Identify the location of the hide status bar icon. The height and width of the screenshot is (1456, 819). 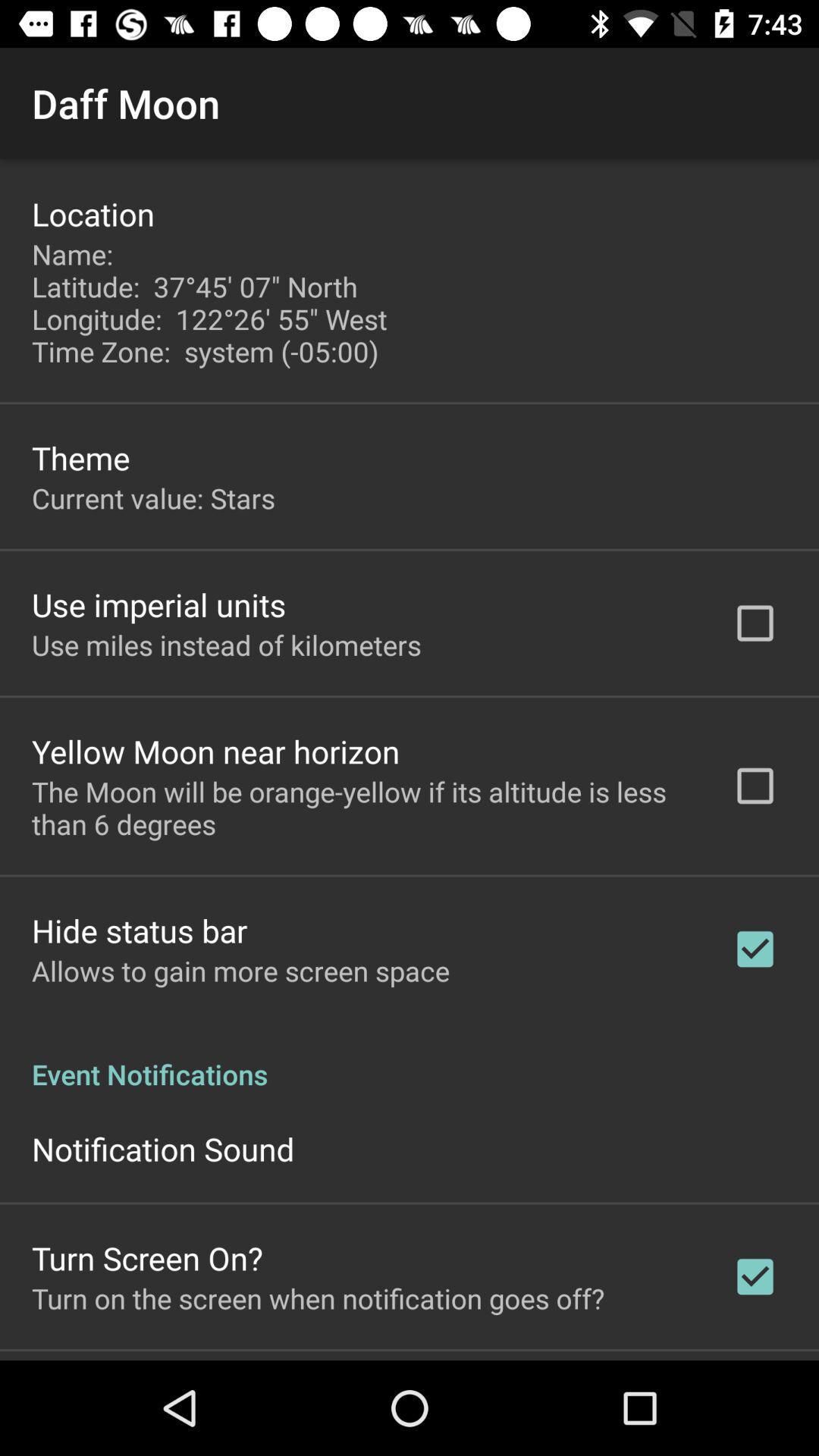
(140, 930).